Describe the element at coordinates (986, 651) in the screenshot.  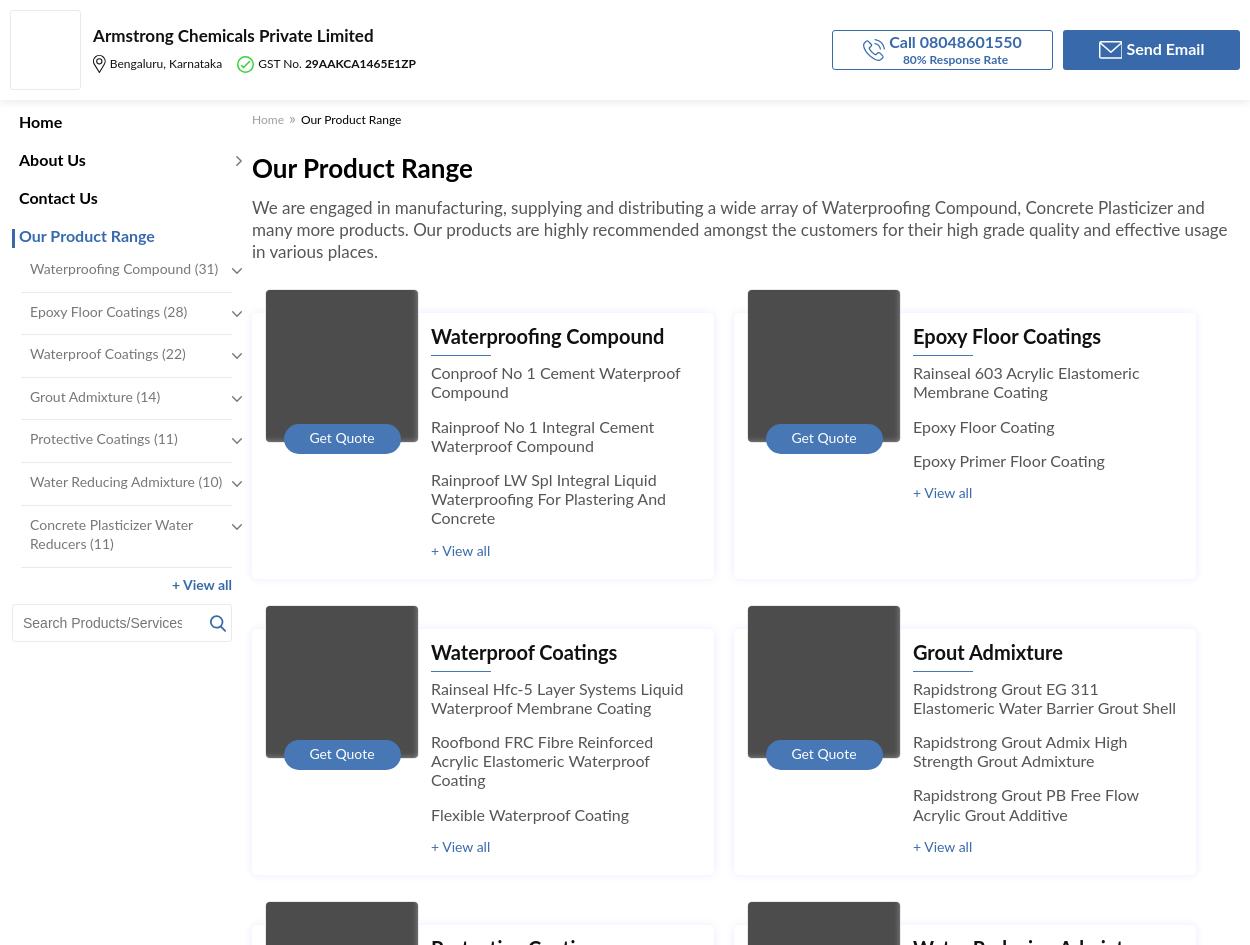
I see `'Grout Admixture'` at that location.